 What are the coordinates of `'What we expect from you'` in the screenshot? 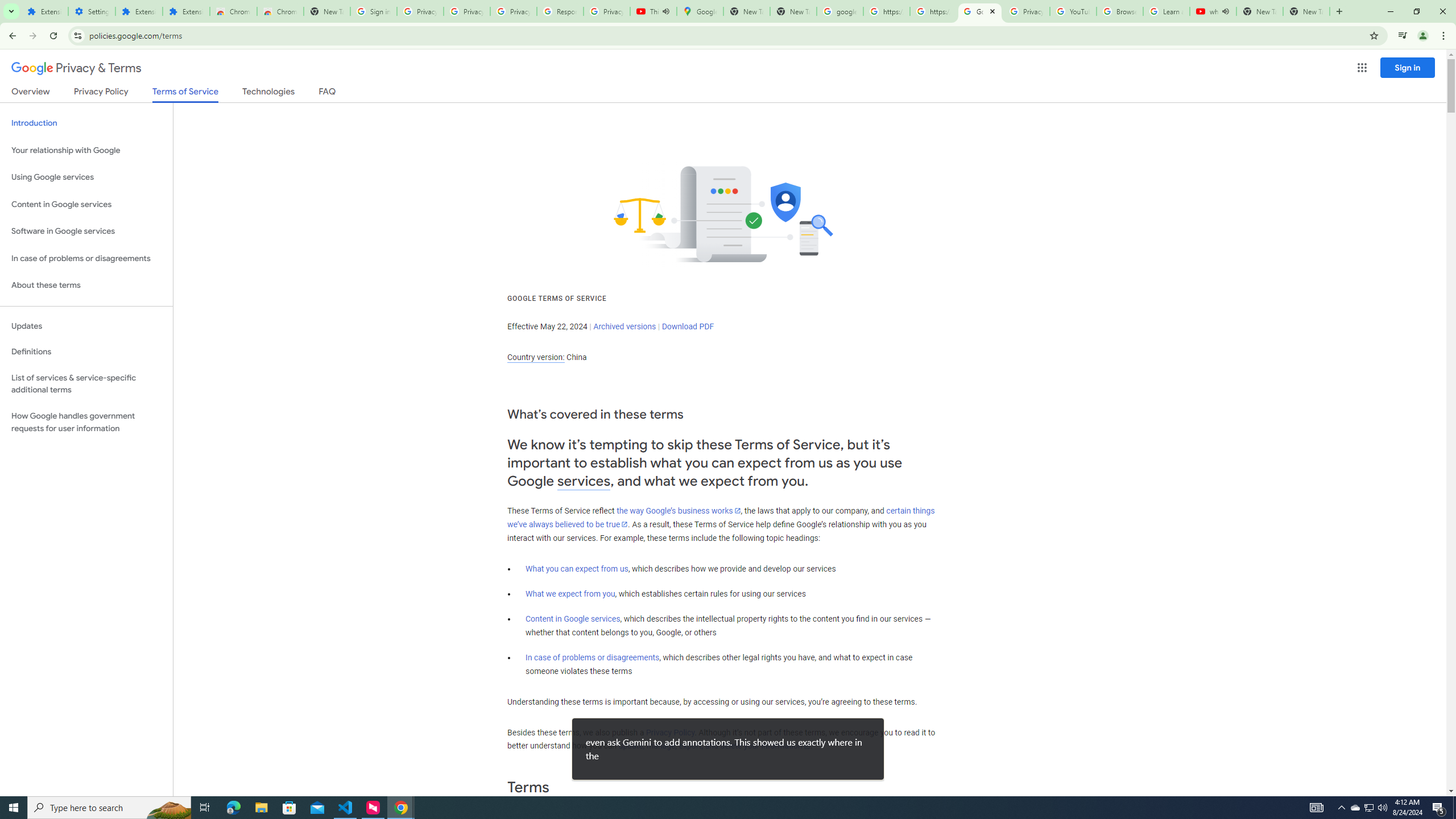 It's located at (570, 593).